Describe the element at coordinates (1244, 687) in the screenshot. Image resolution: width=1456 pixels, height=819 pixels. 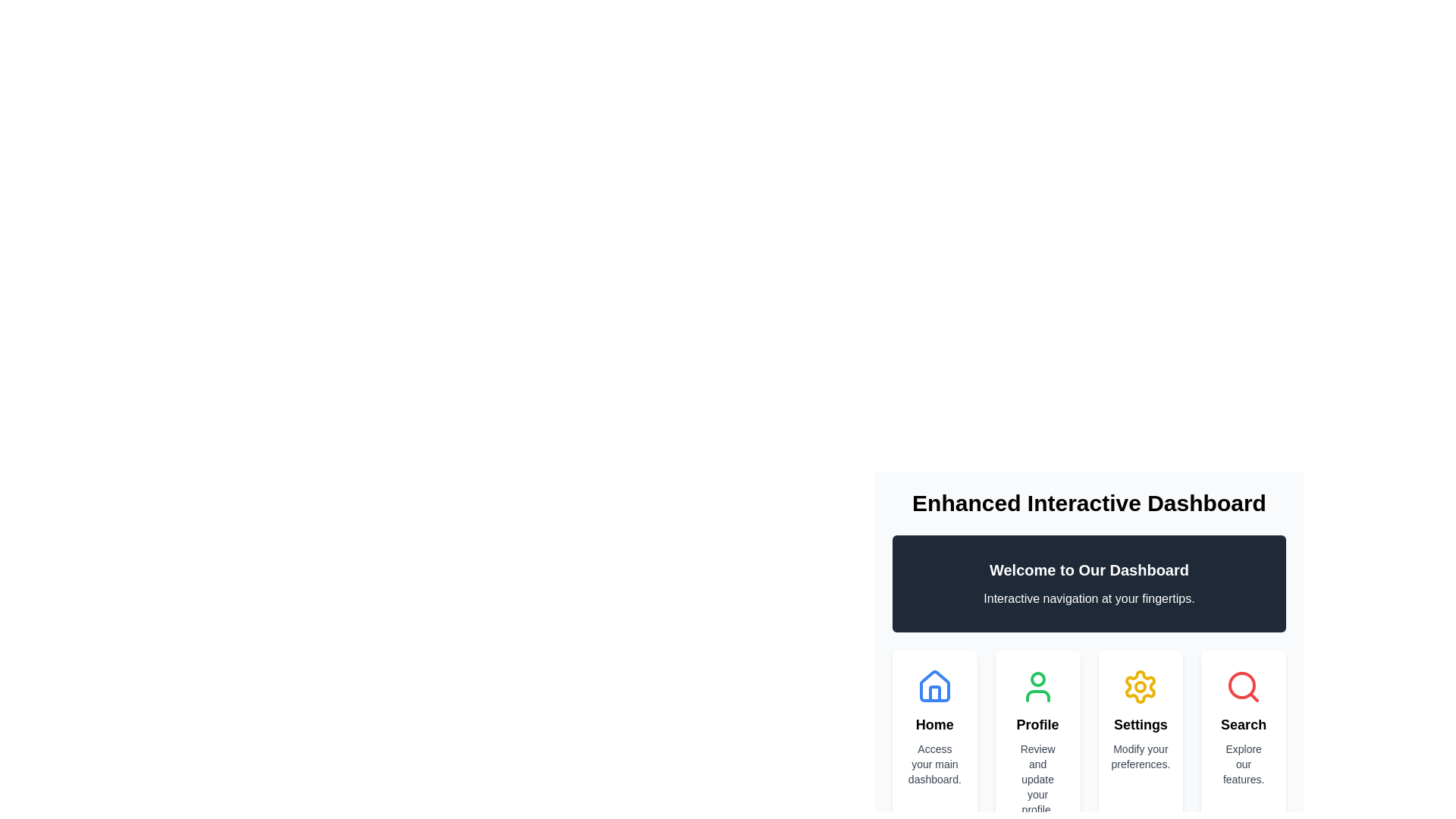
I see `the search icon located in the rightmost card labeled 'Search' at the bottom right of the interface` at that location.